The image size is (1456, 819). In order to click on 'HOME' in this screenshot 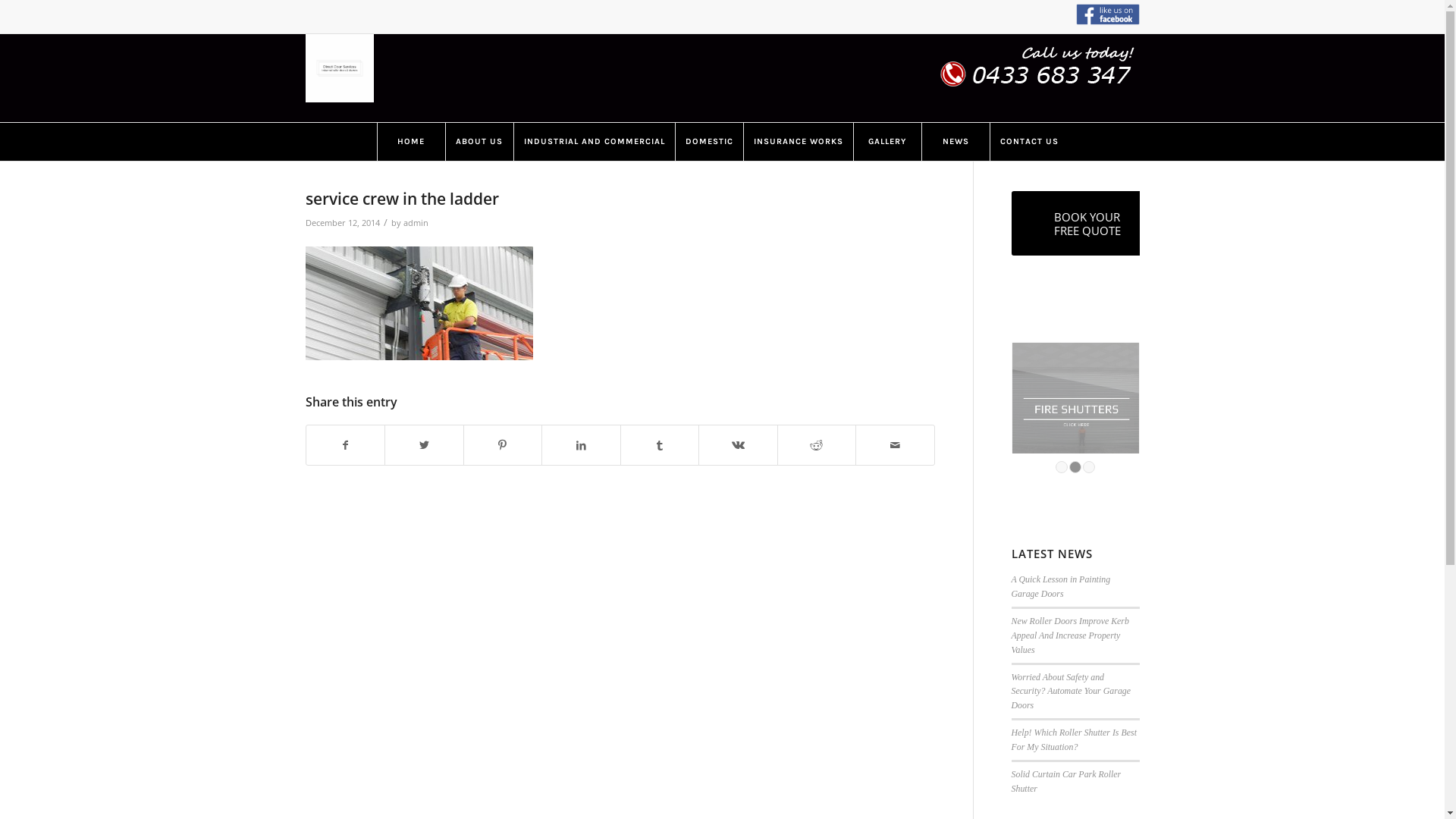, I will do `click(410, 141)`.